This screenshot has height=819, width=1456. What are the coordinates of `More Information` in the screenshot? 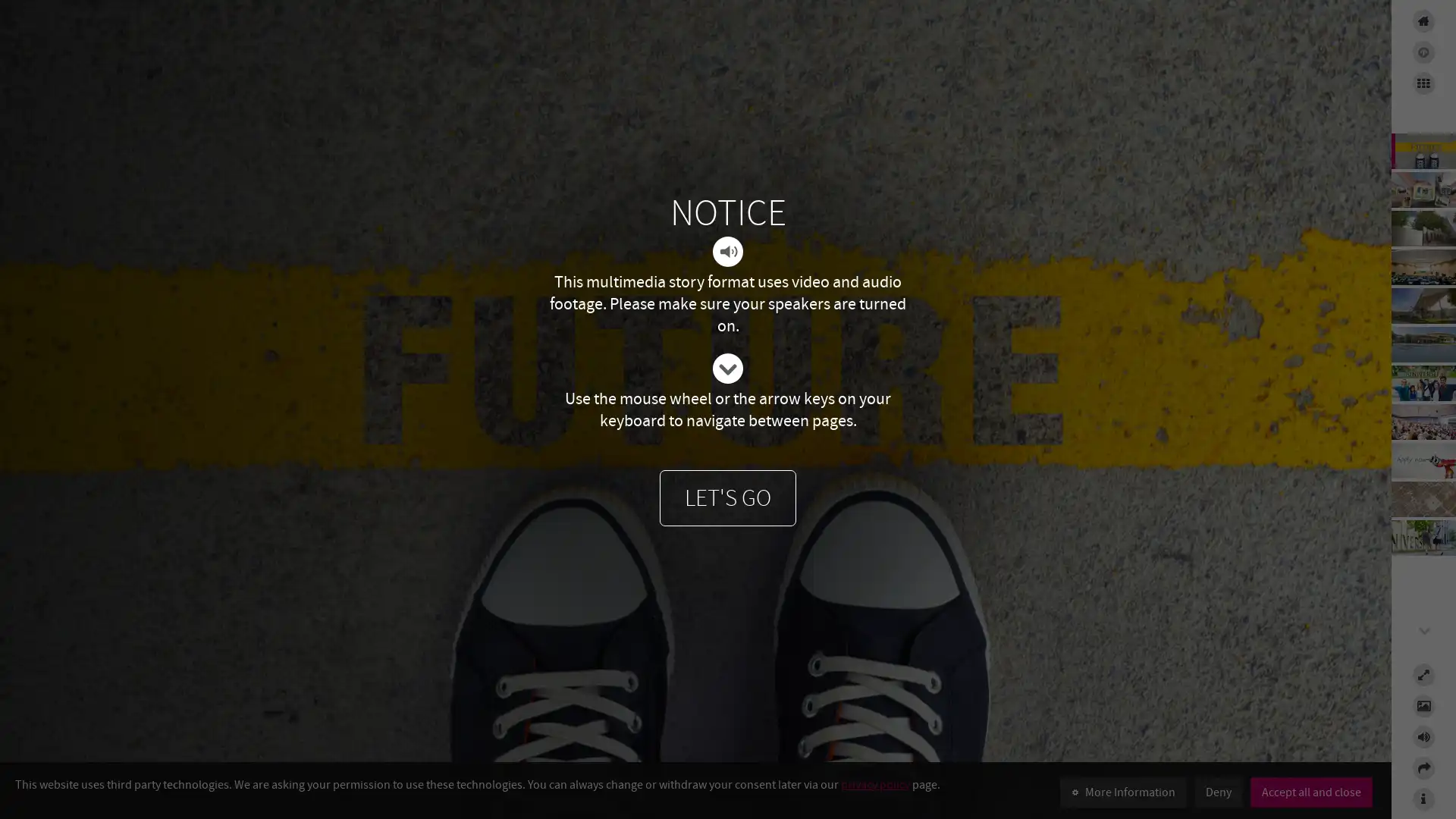 It's located at (1123, 792).